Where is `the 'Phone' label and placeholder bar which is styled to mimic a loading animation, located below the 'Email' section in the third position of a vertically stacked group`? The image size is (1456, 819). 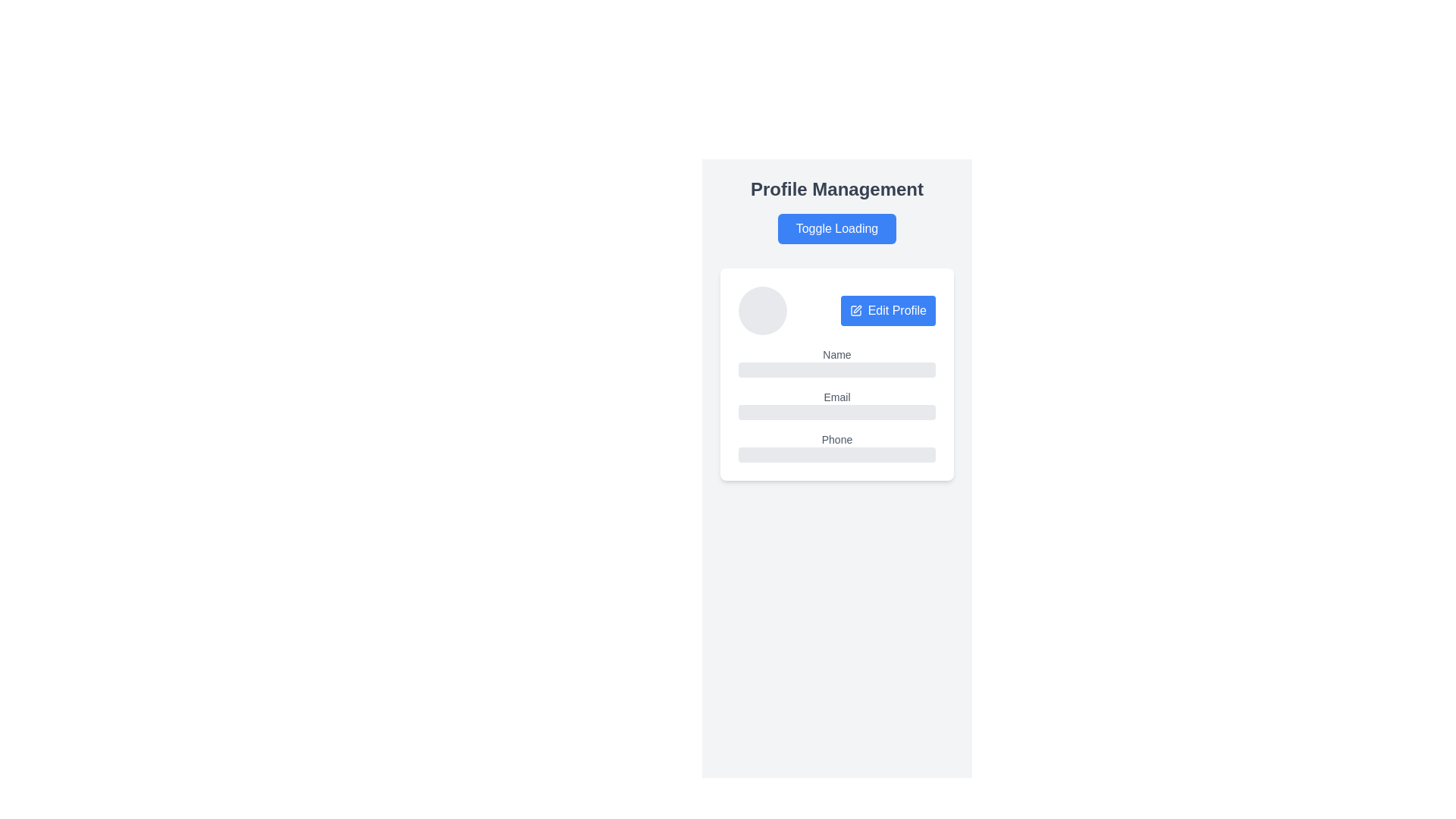
the 'Phone' label and placeholder bar which is styled to mimic a loading animation, located below the 'Email' section in the third position of a vertically stacked group is located at coordinates (836, 447).